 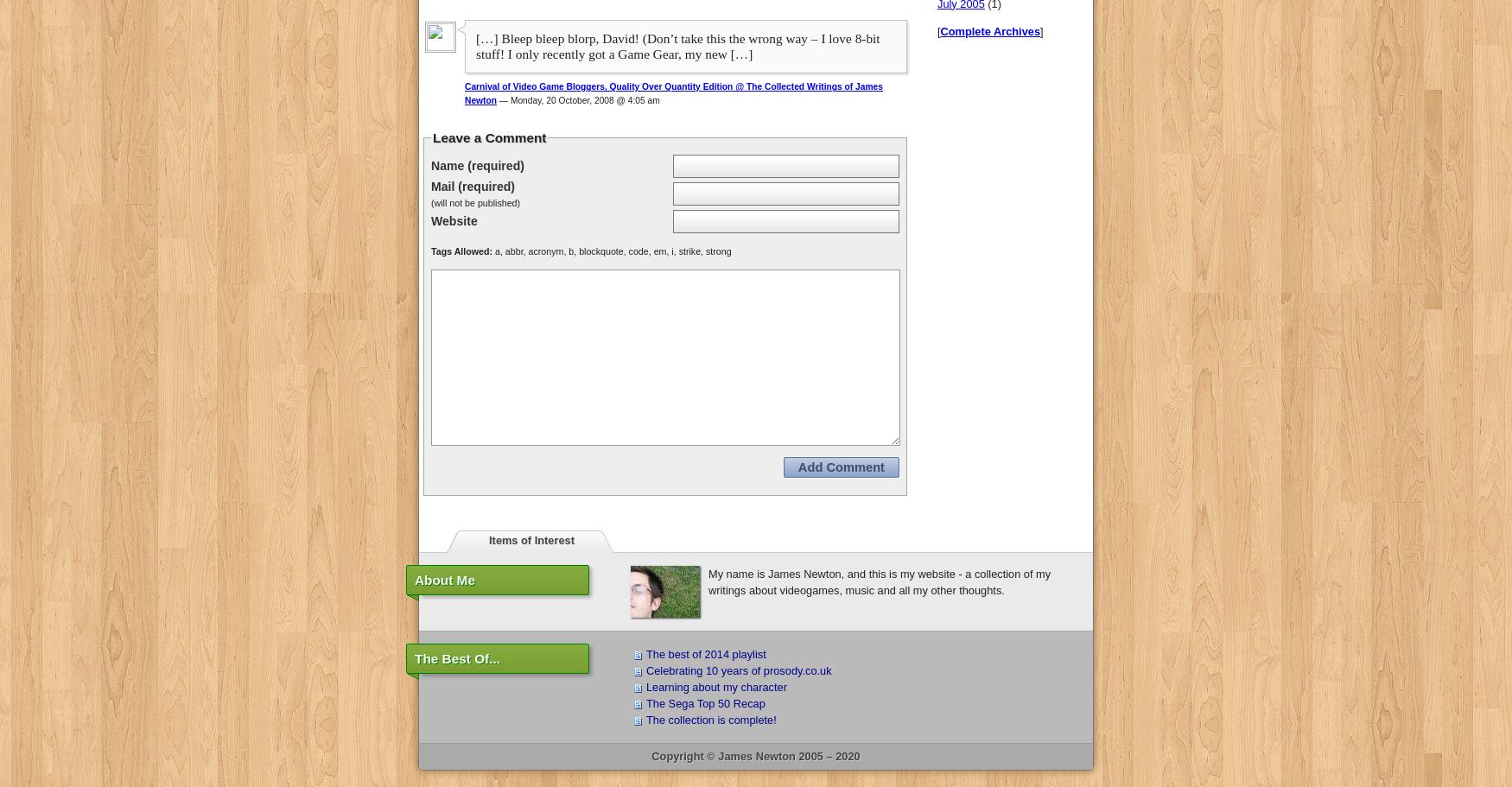 What do you see at coordinates (705, 702) in the screenshot?
I see `'The Sega Top 50 Recap'` at bounding box center [705, 702].